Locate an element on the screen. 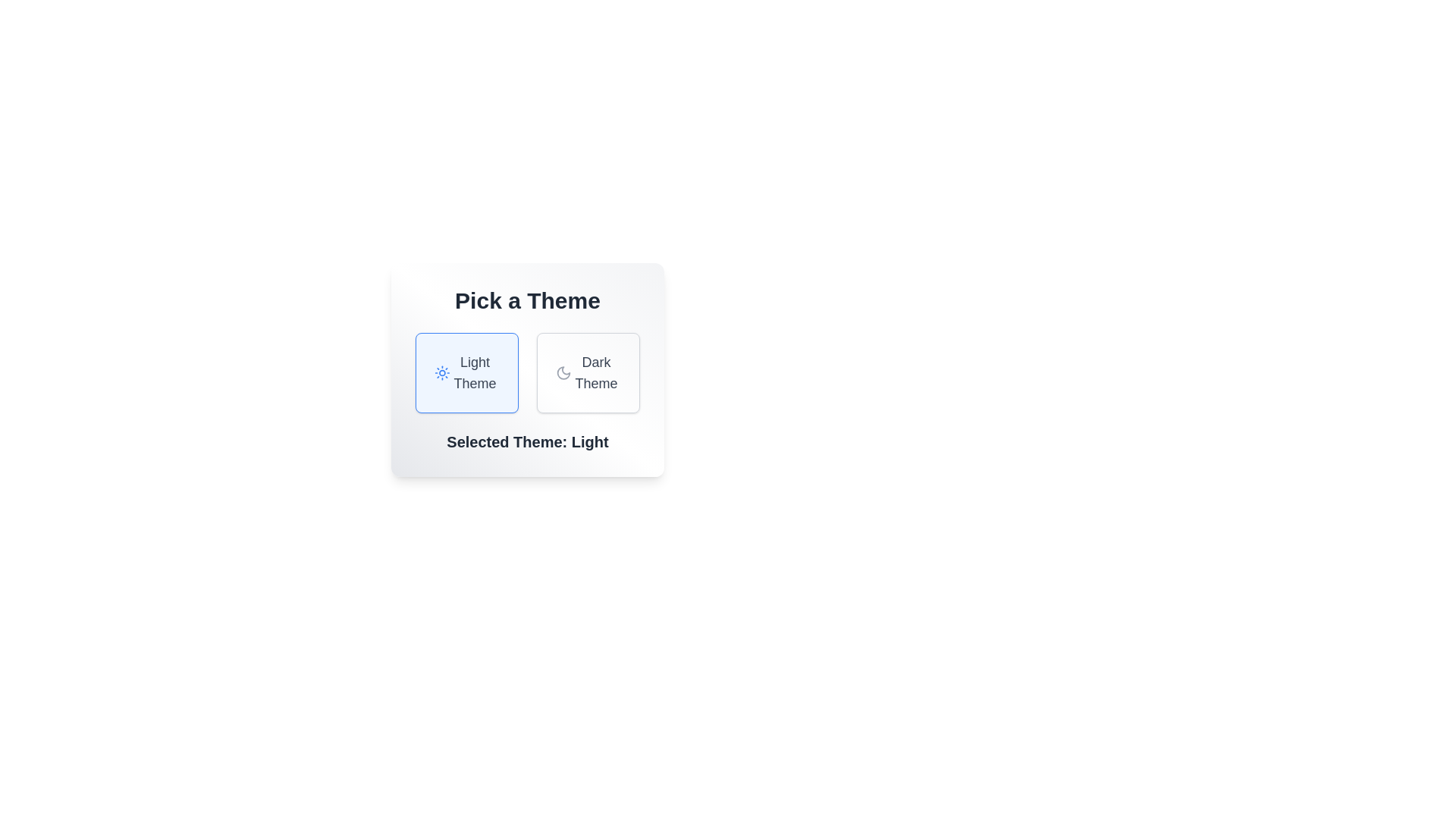 This screenshot has height=819, width=1456. the 'Light Theme' selectable card, which features a sun icon and is located in the top left corner of the grid layout is located at coordinates (466, 373).